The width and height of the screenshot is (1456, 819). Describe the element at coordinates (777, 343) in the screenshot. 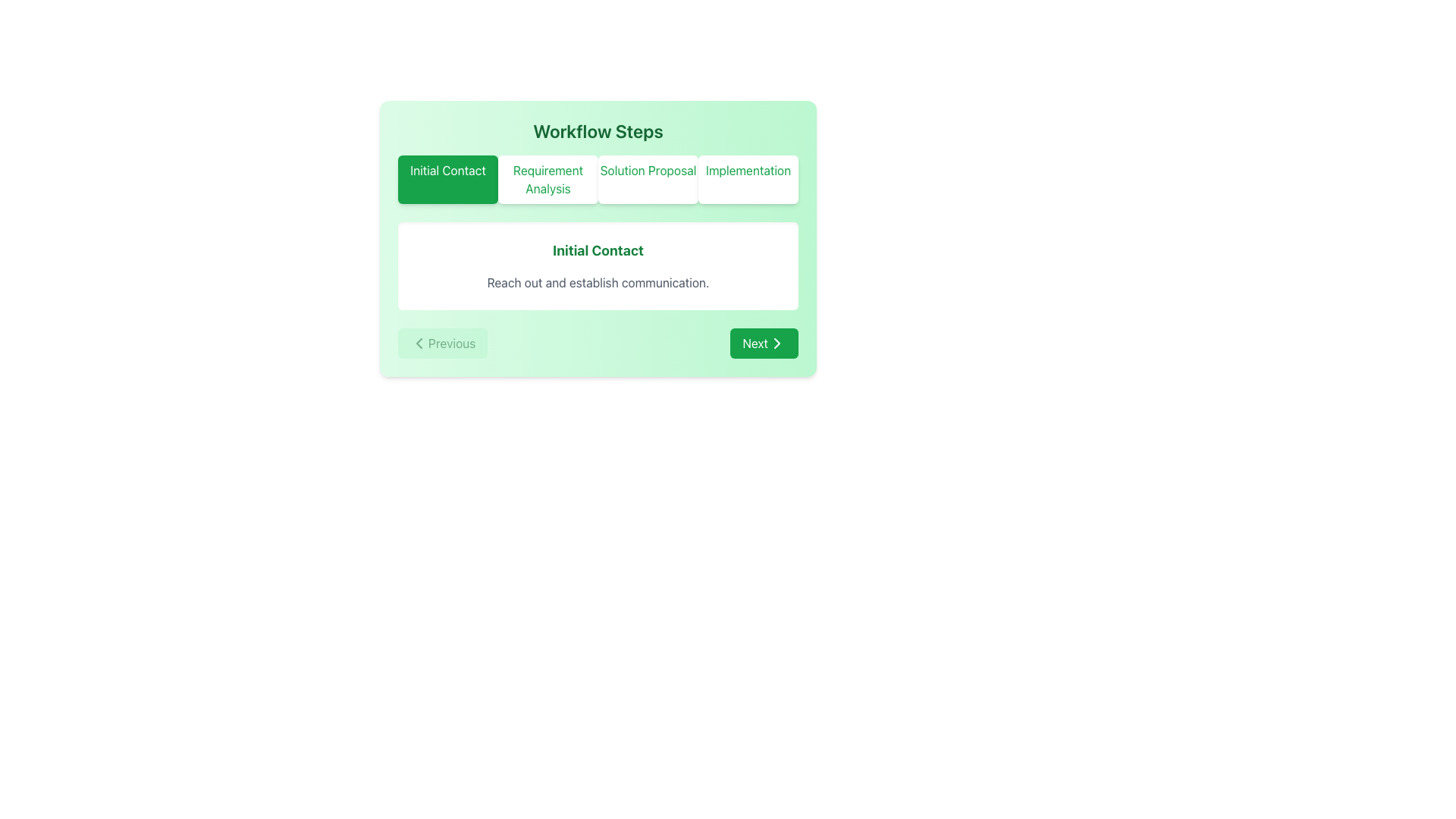

I see `the SVG icon located within the green 'Next' button at the bottom right of the interface to trigger a visual response` at that location.